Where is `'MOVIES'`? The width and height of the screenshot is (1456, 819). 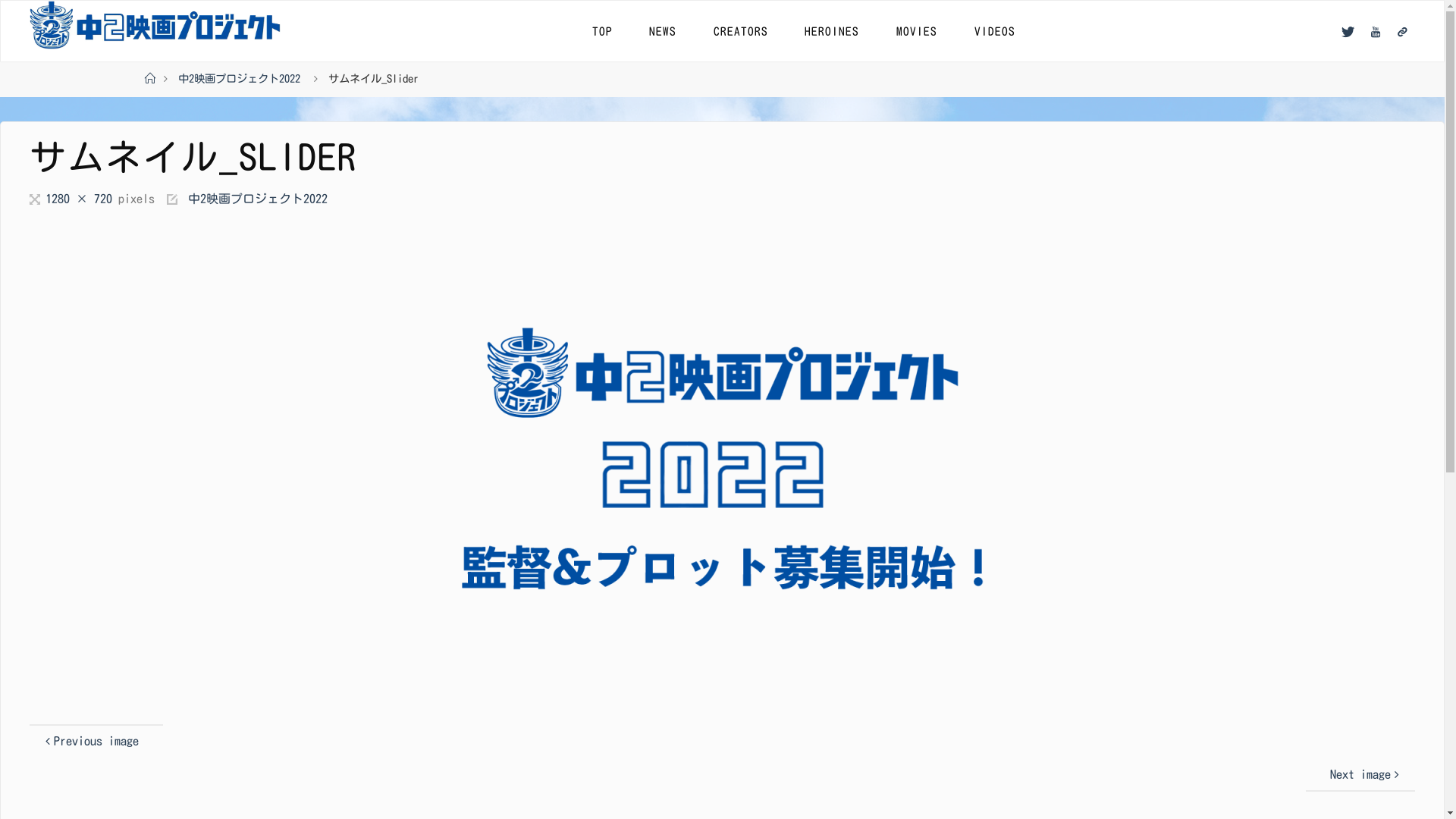
'MOVIES' is located at coordinates (916, 31).